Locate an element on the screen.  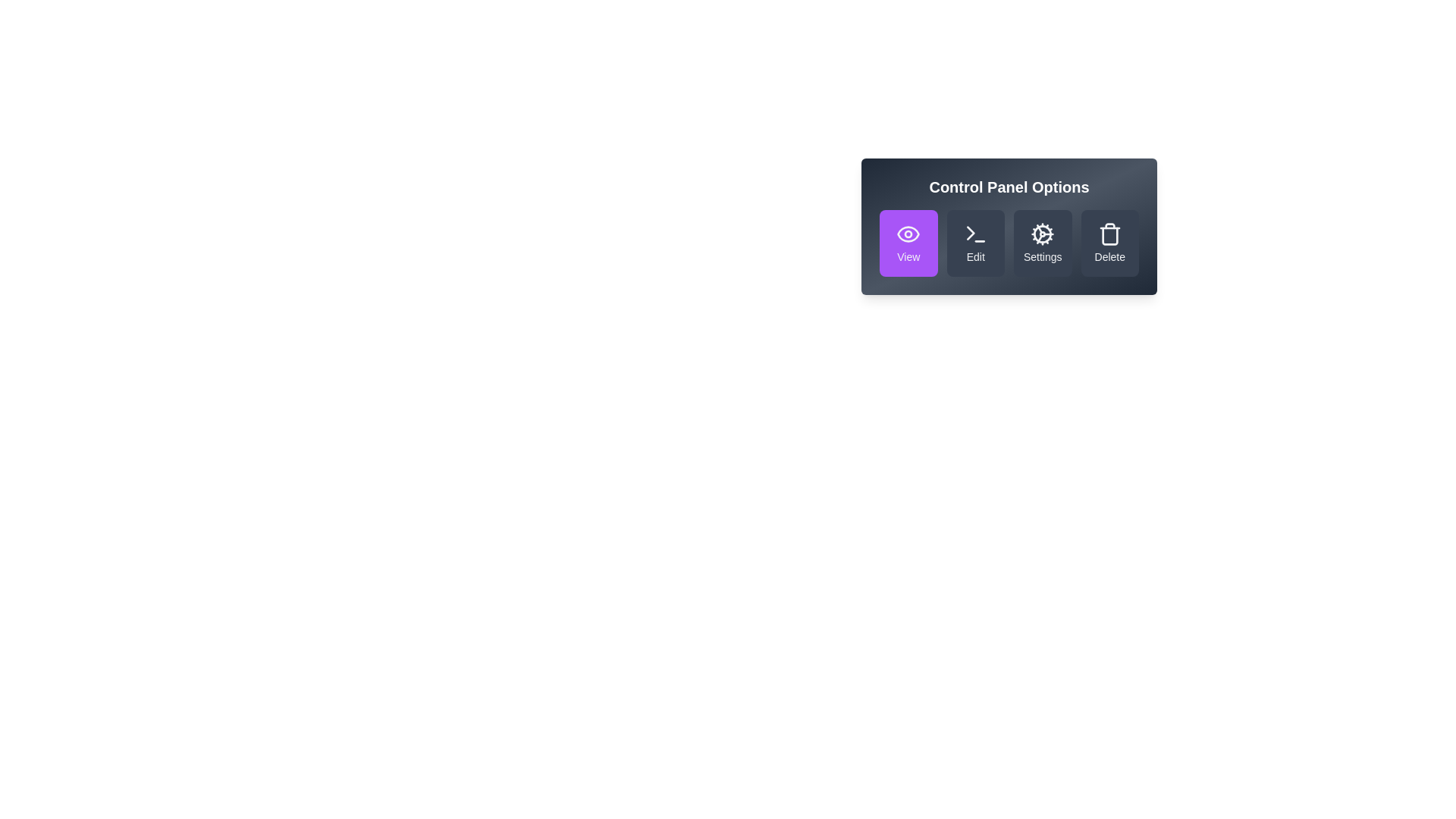
the sixth stroke of the cogwheel icon in the 'Settings' option of the Control Panel Options interface, which appears as a thin, slanted line segment styled with a vector-based design is located at coordinates (1039, 239).